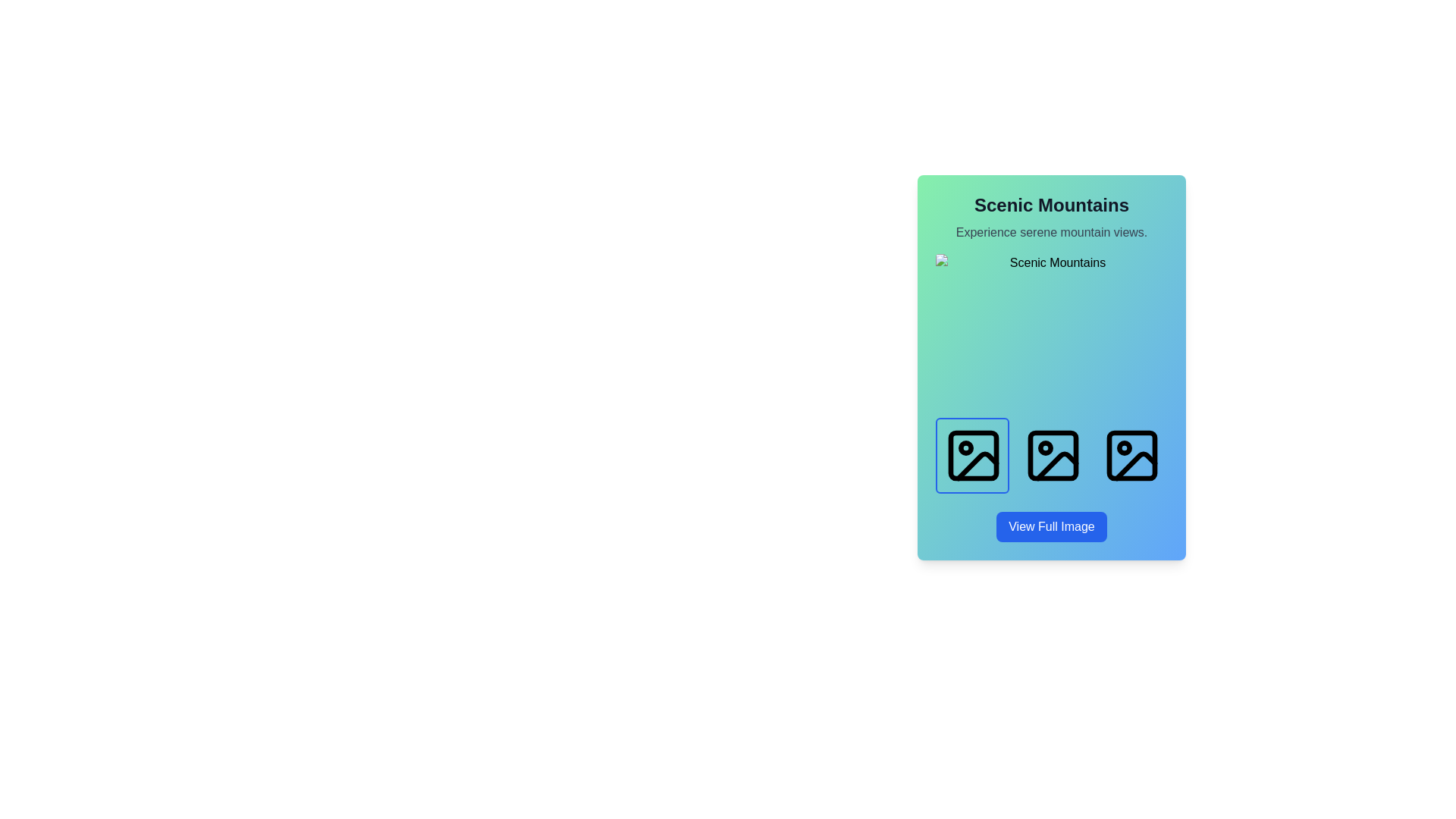 Image resolution: width=1456 pixels, height=819 pixels. I want to click on the small circular Icon marker located in the upper-left corner of the landscape icon within the 'Scenic Mountains' card, so click(965, 447).